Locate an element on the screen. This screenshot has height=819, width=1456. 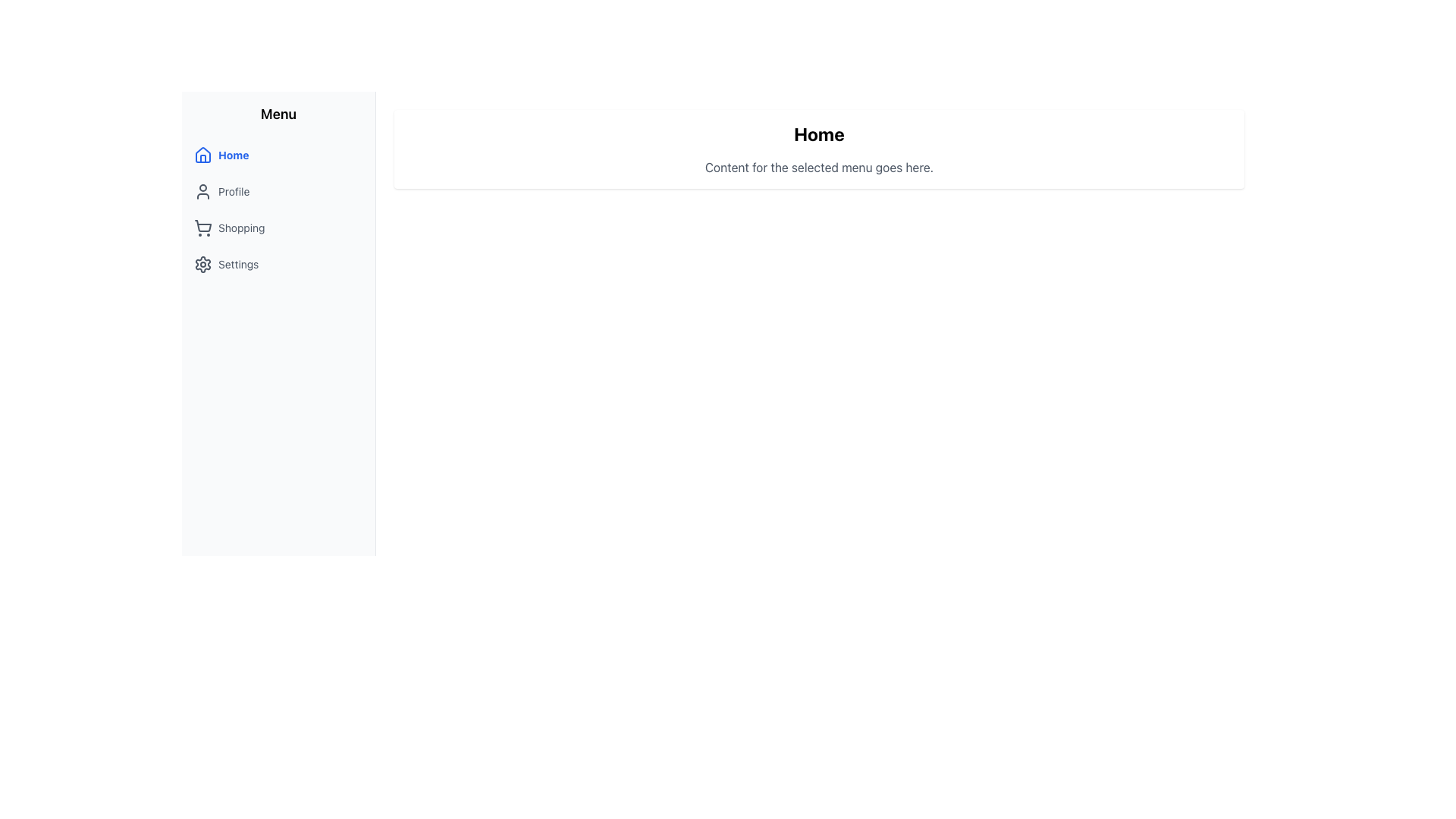
the house icon in the sidebar menu is located at coordinates (202, 155).